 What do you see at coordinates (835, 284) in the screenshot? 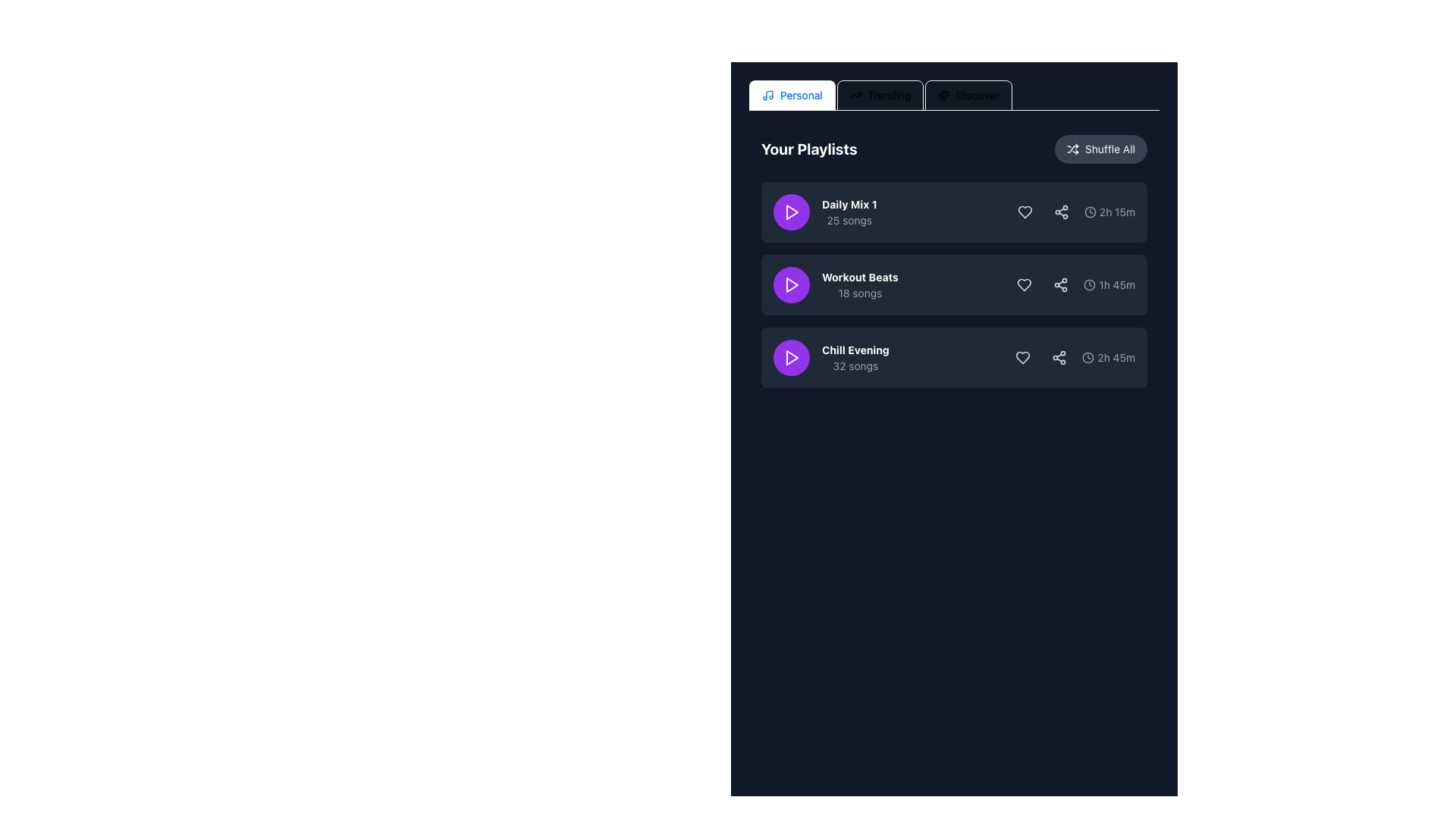
I see `the text display component representing the playlist entry 'Workout Beats'` at bounding box center [835, 284].